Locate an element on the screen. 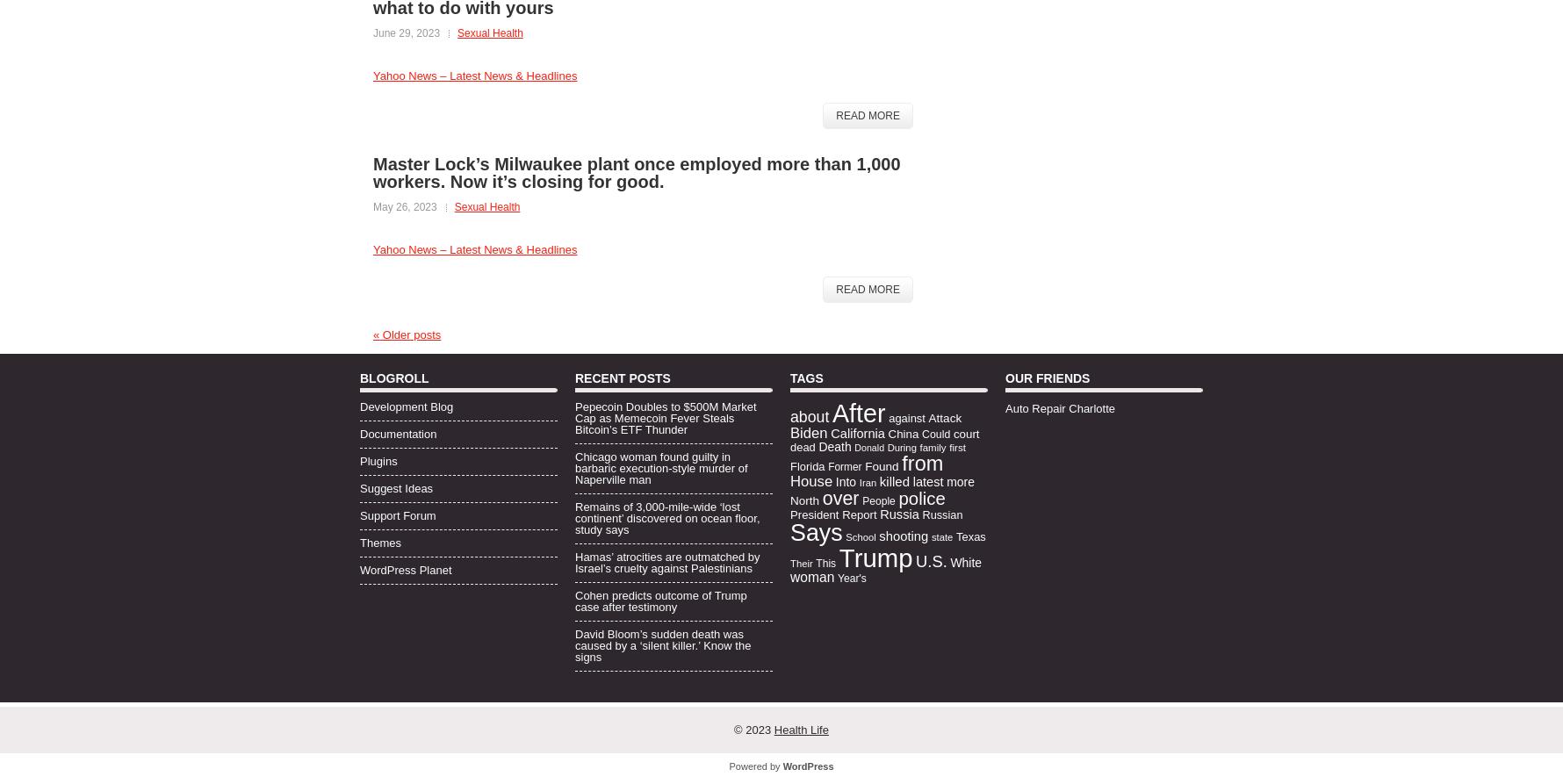  'Iran' is located at coordinates (867, 481).